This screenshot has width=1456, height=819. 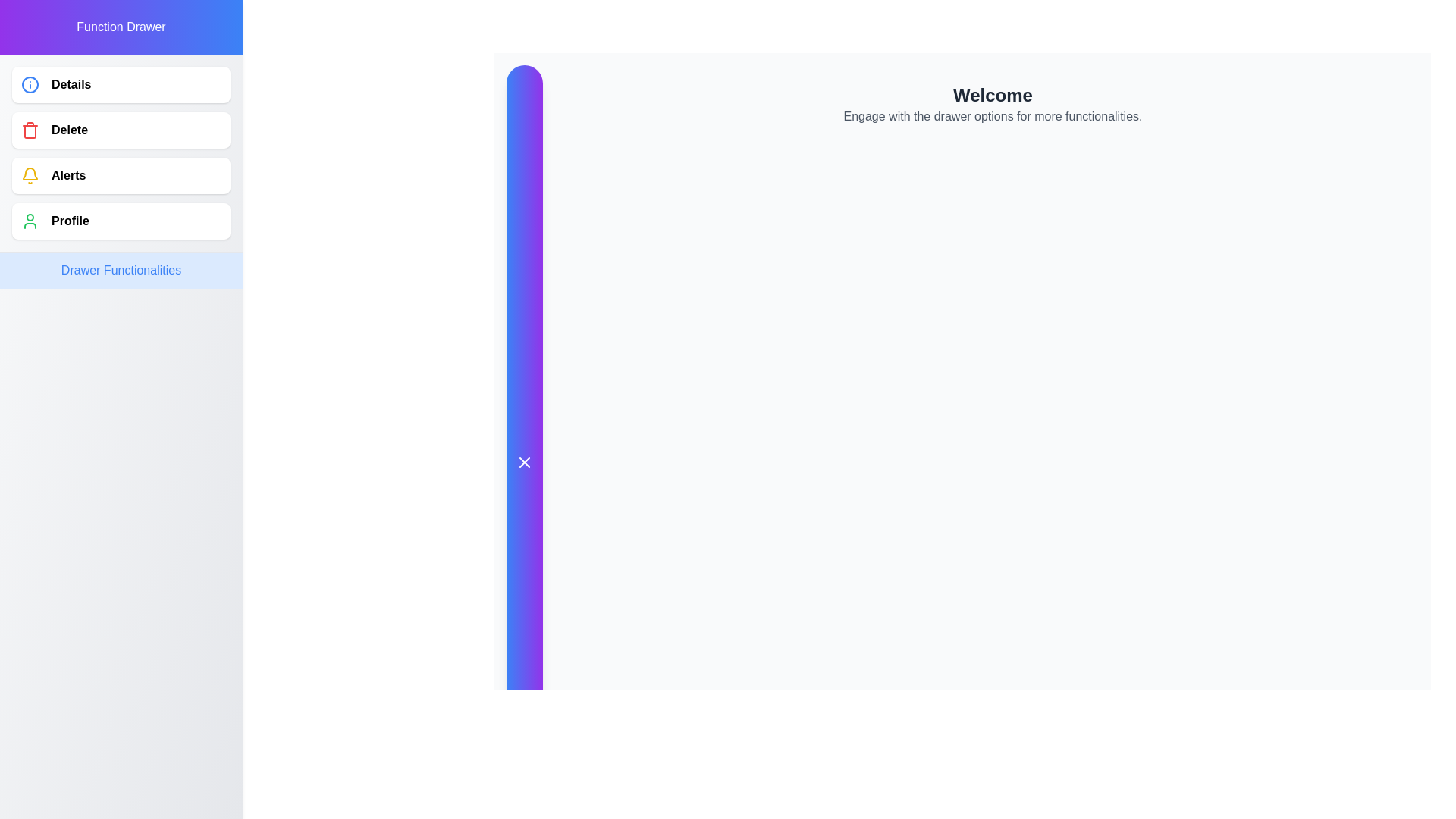 I want to click on the circular icon with a blue outline and a central dot, which is positioned to the left of the 'Details' text in the vertical menu list, so click(x=30, y=84).